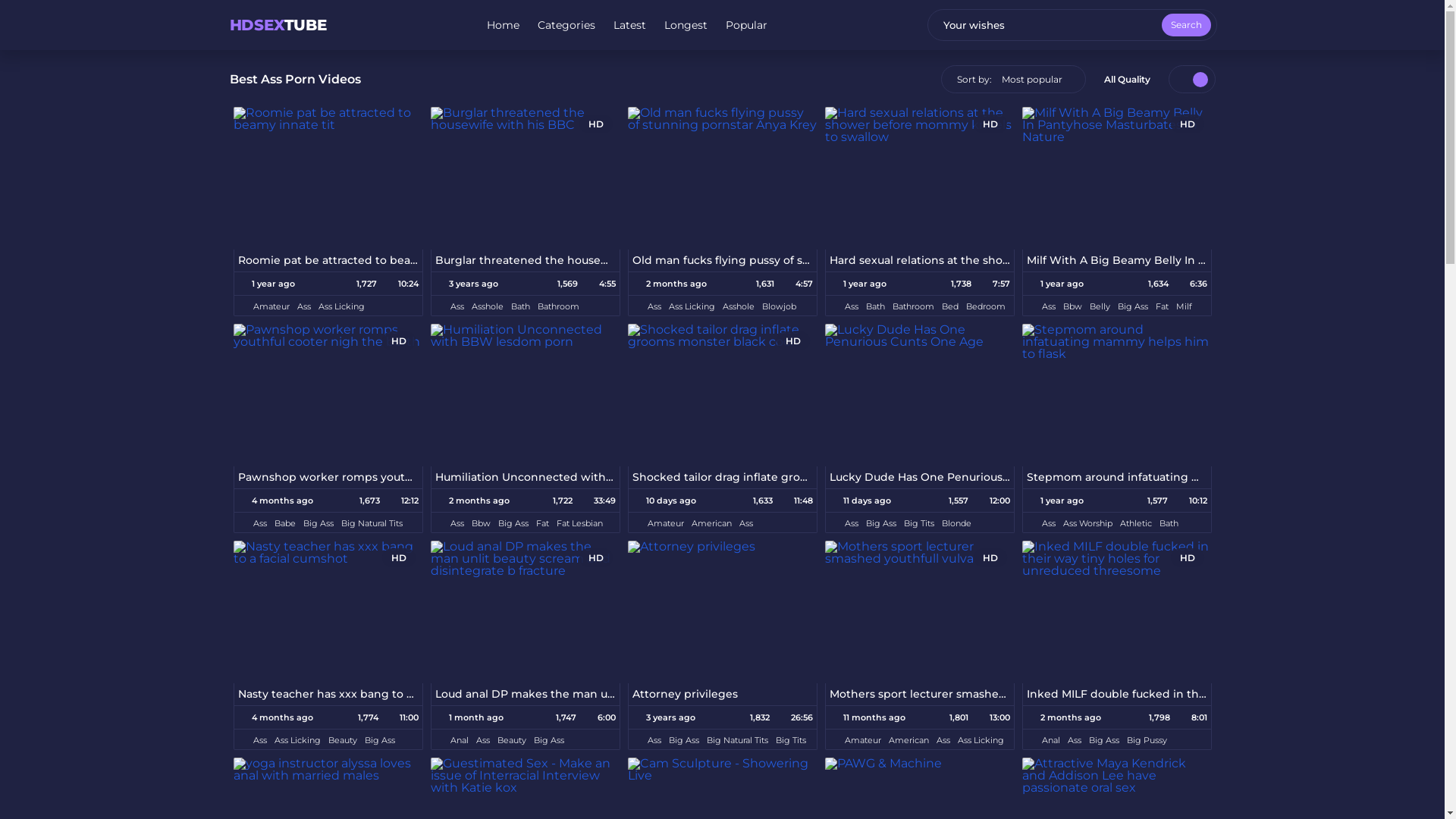  What do you see at coordinates (277, 25) in the screenshot?
I see `'HDSEXTUBE'` at bounding box center [277, 25].